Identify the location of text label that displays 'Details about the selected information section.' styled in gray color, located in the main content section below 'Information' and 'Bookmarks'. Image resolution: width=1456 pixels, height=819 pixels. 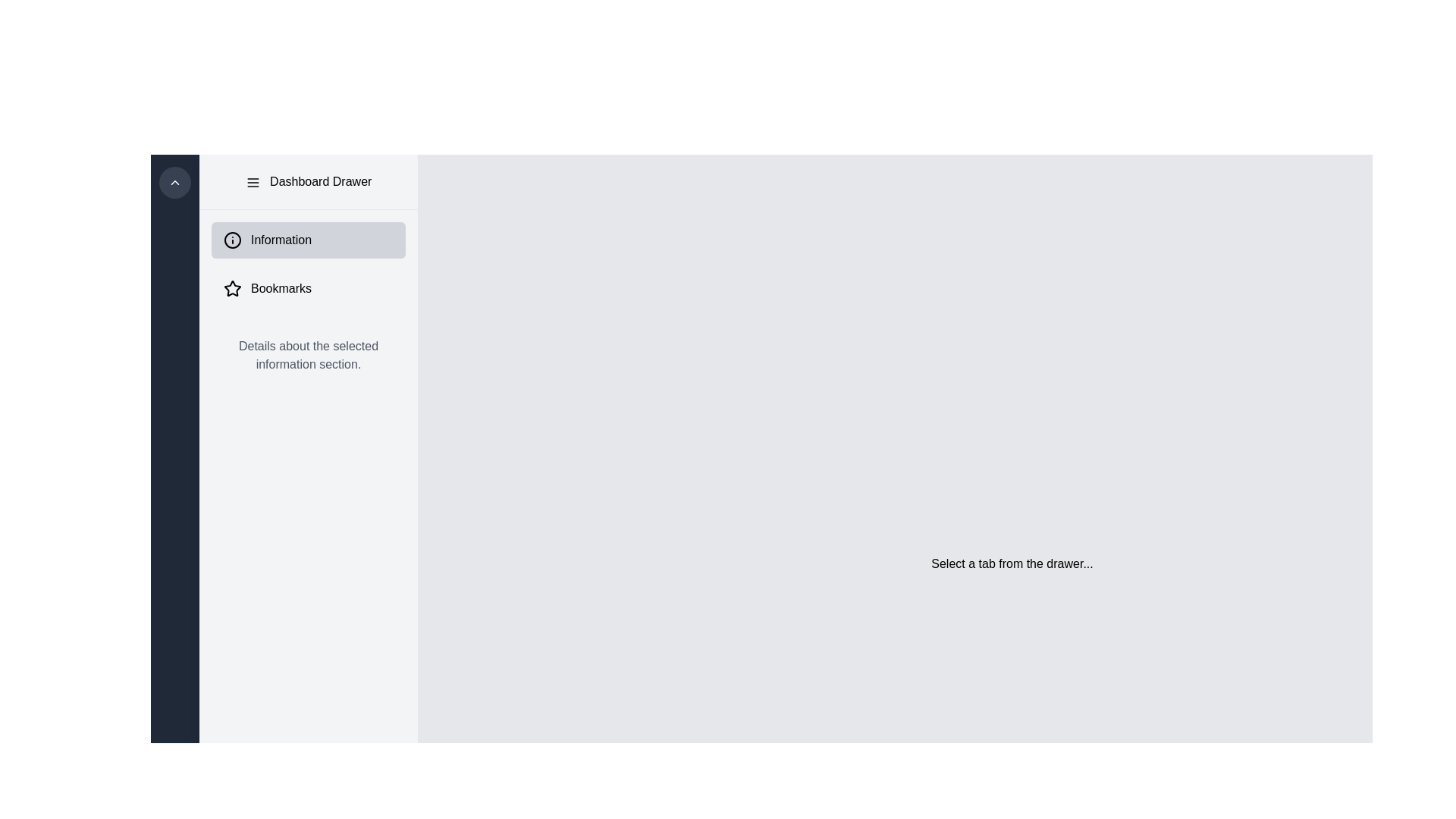
(308, 356).